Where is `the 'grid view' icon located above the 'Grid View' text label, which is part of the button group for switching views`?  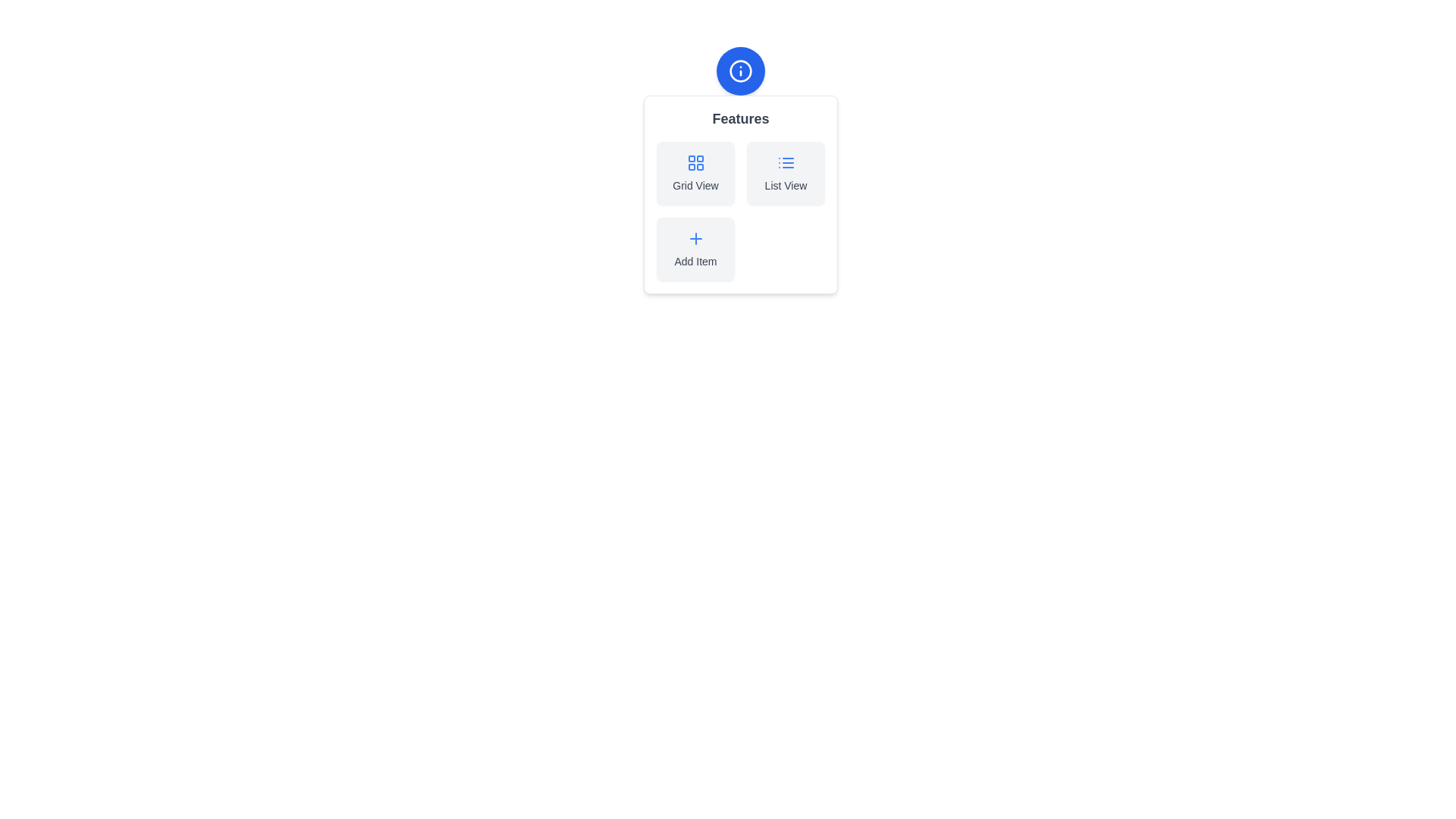 the 'grid view' icon located above the 'Grid View' text label, which is part of the button group for switching views is located at coordinates (695, 163).